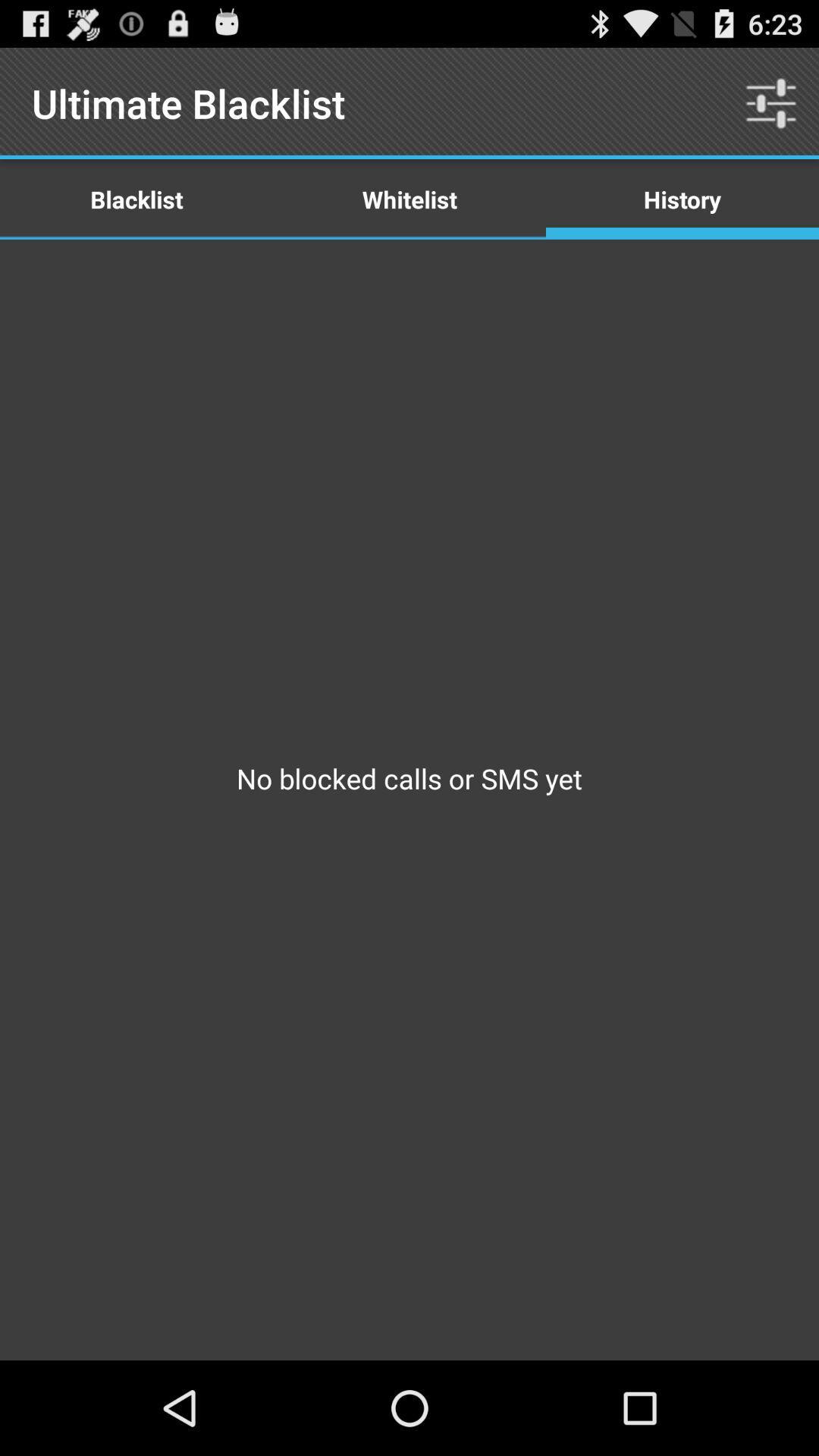 Image resolution: width=819 pixels, height=1456 pixels. What do you see at coordinates (681, 198) in the screenshot?
I see `the icon above no blocked calls item` at bounding box center [681, 198].